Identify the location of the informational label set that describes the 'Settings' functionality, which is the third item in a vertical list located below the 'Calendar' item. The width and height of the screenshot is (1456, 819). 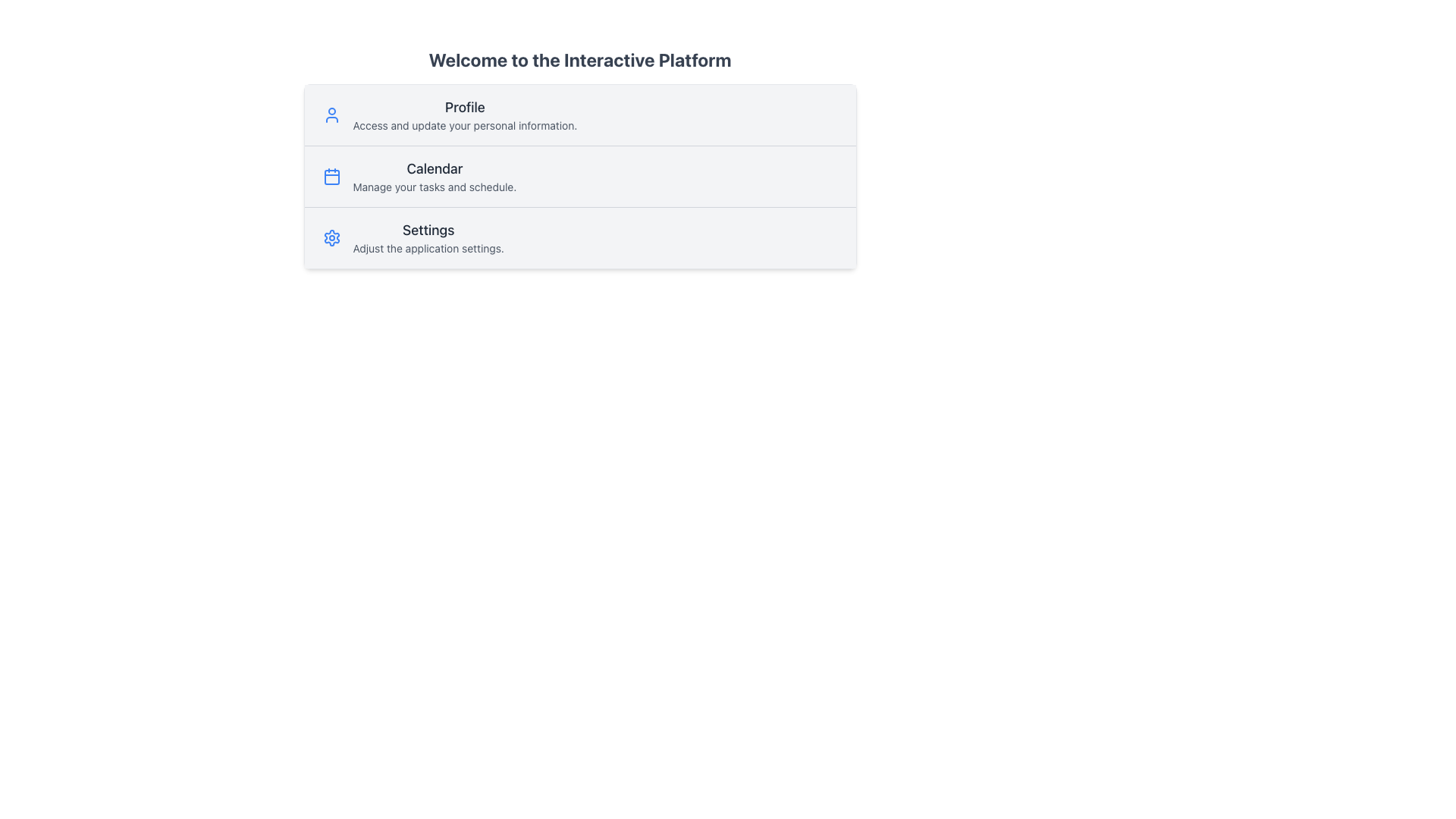
(428, 237).